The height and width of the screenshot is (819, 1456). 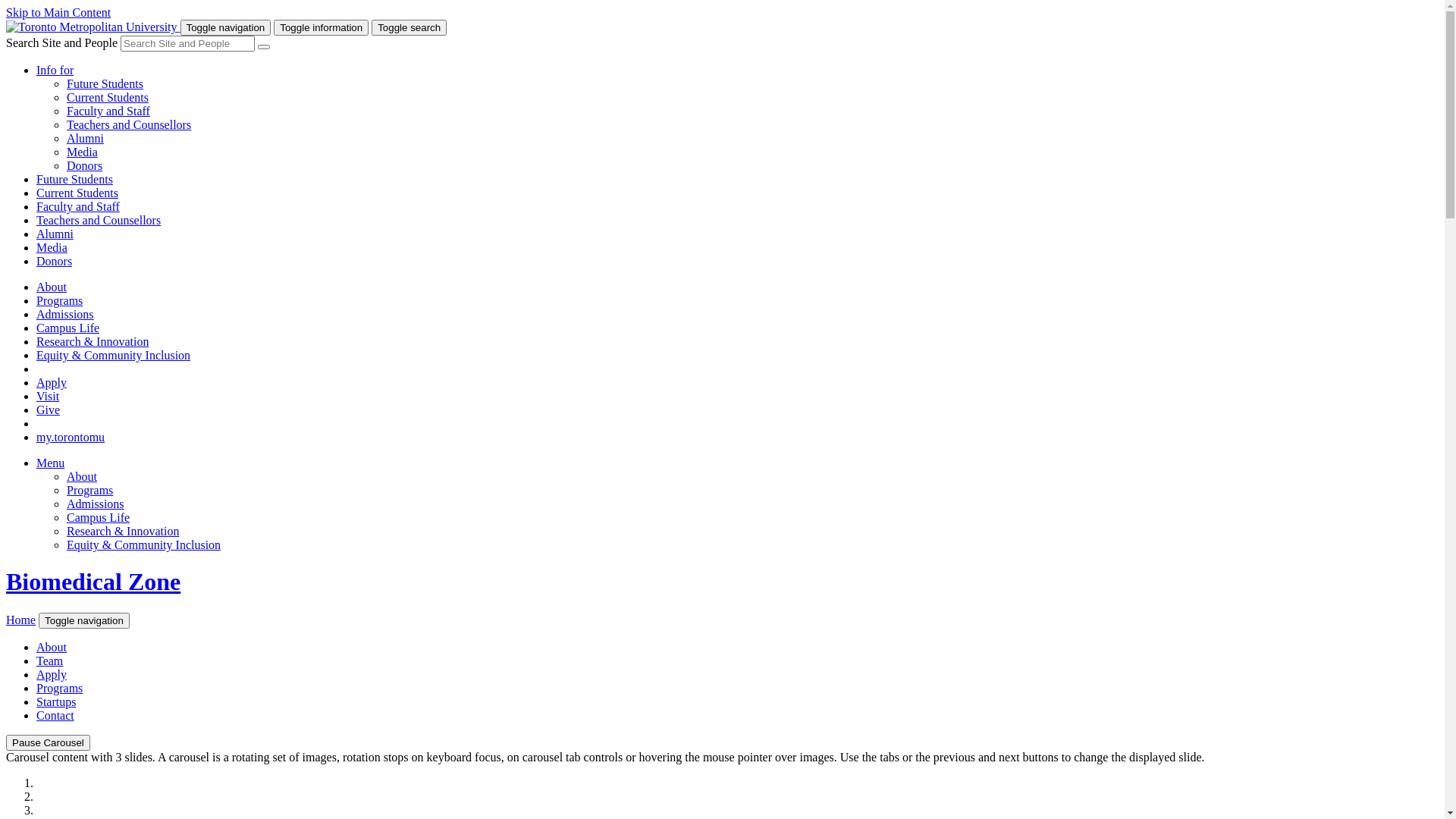 What do you see at coordinates (36, 395) in the screenshot?
I see `'Visit'` at bounding box center [36, 395].